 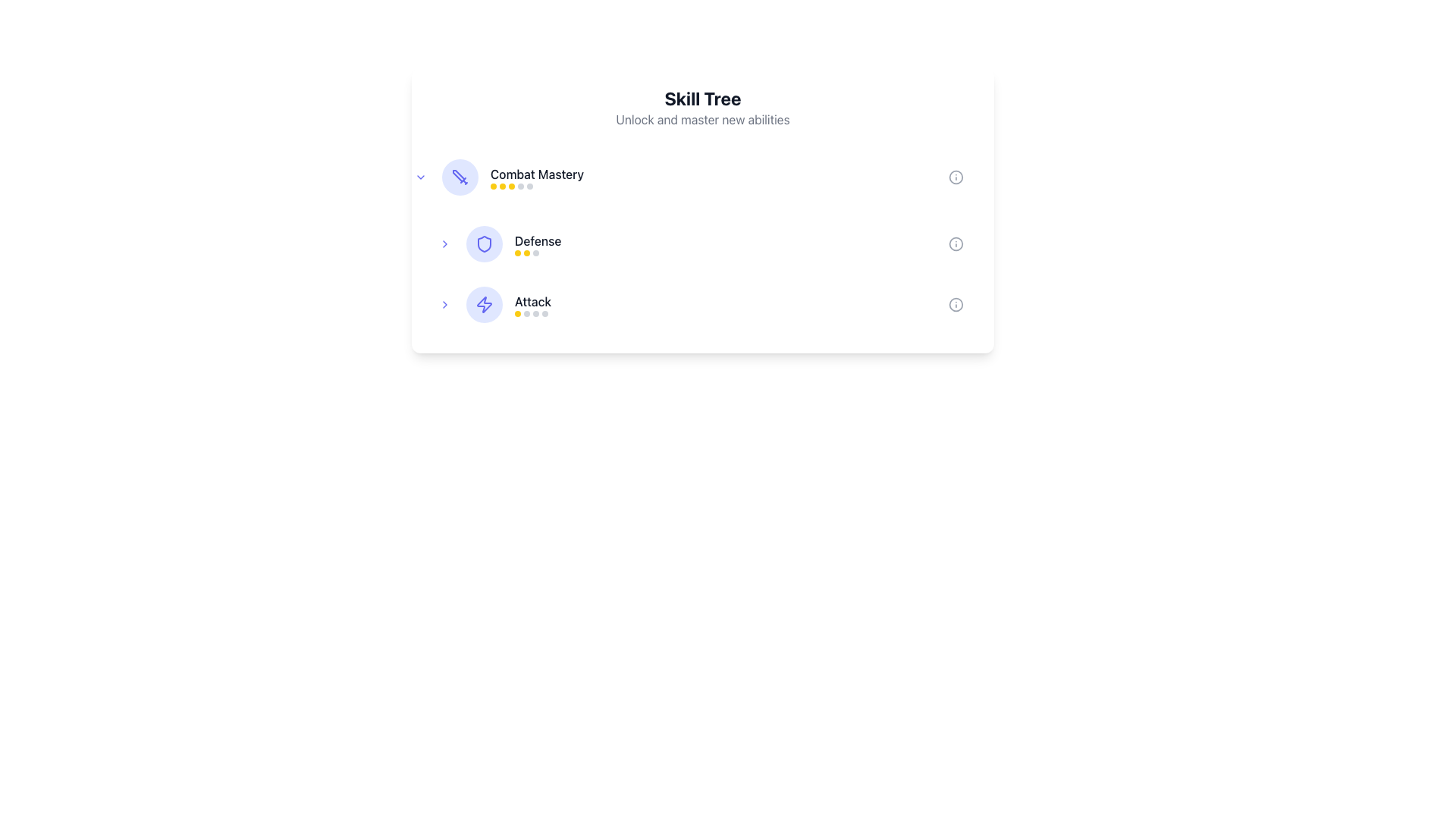 What do you see at coordinates (483, 243) in the screenshot?
I see `the indigo shield-shaped icon with rounded edges that is located to the left of the 'Defense' label in the skills interface` at bounding box center [483, 243].